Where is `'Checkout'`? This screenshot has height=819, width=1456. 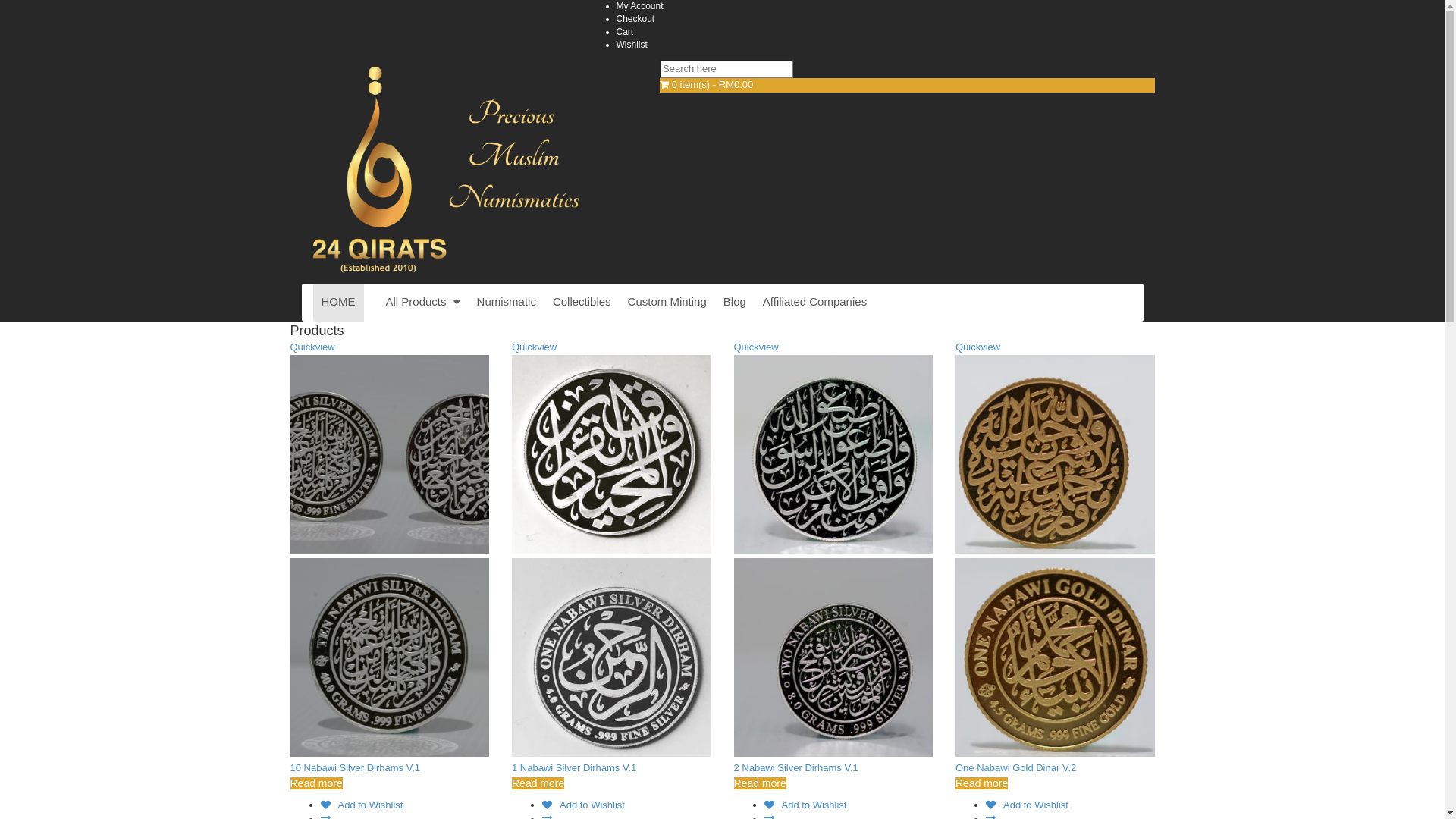
'Checkout' is located at coordinates (635, 18).